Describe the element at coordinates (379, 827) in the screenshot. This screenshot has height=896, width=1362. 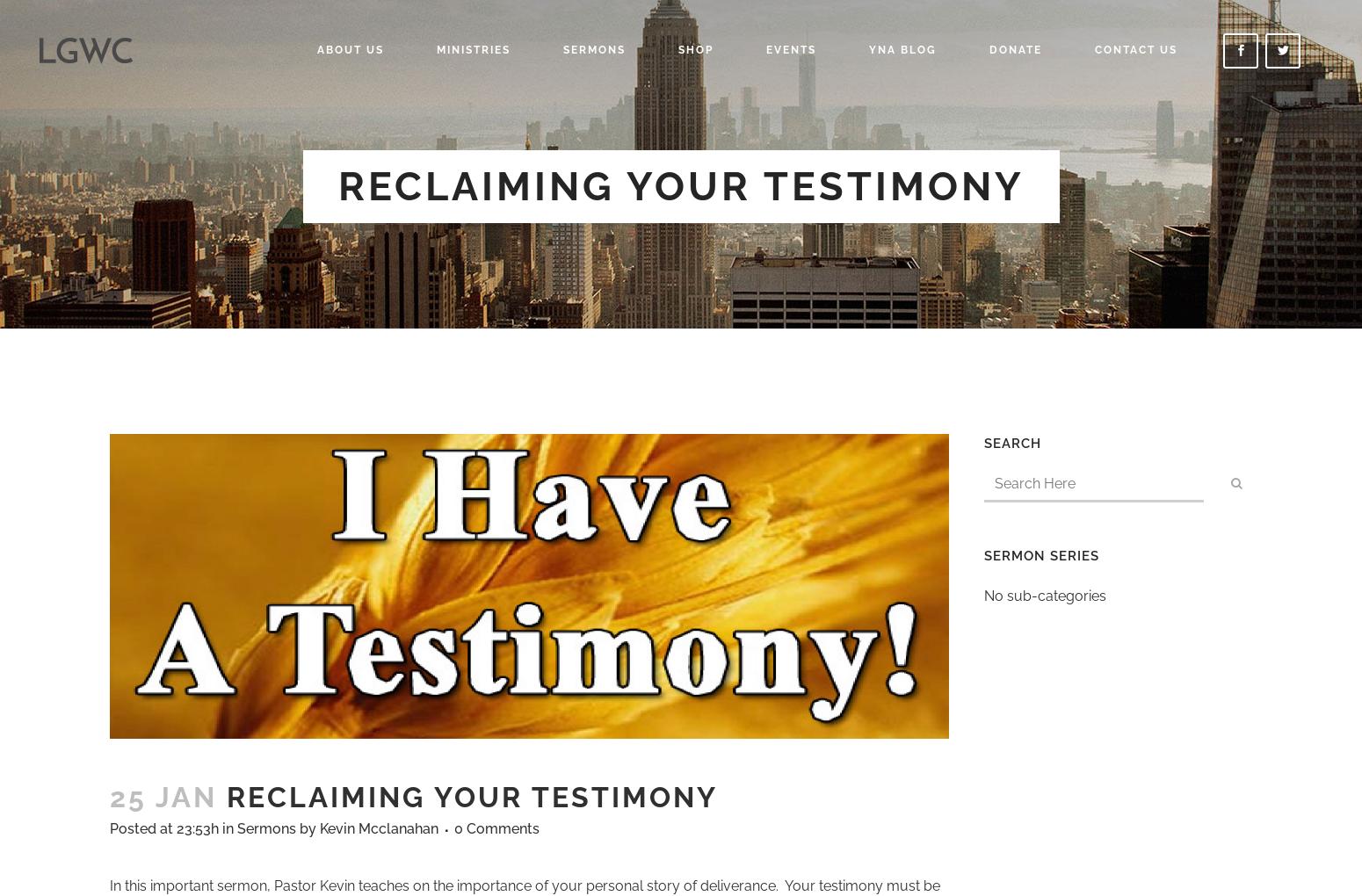
I see `'Kevin Mcclanahan'` at that location.